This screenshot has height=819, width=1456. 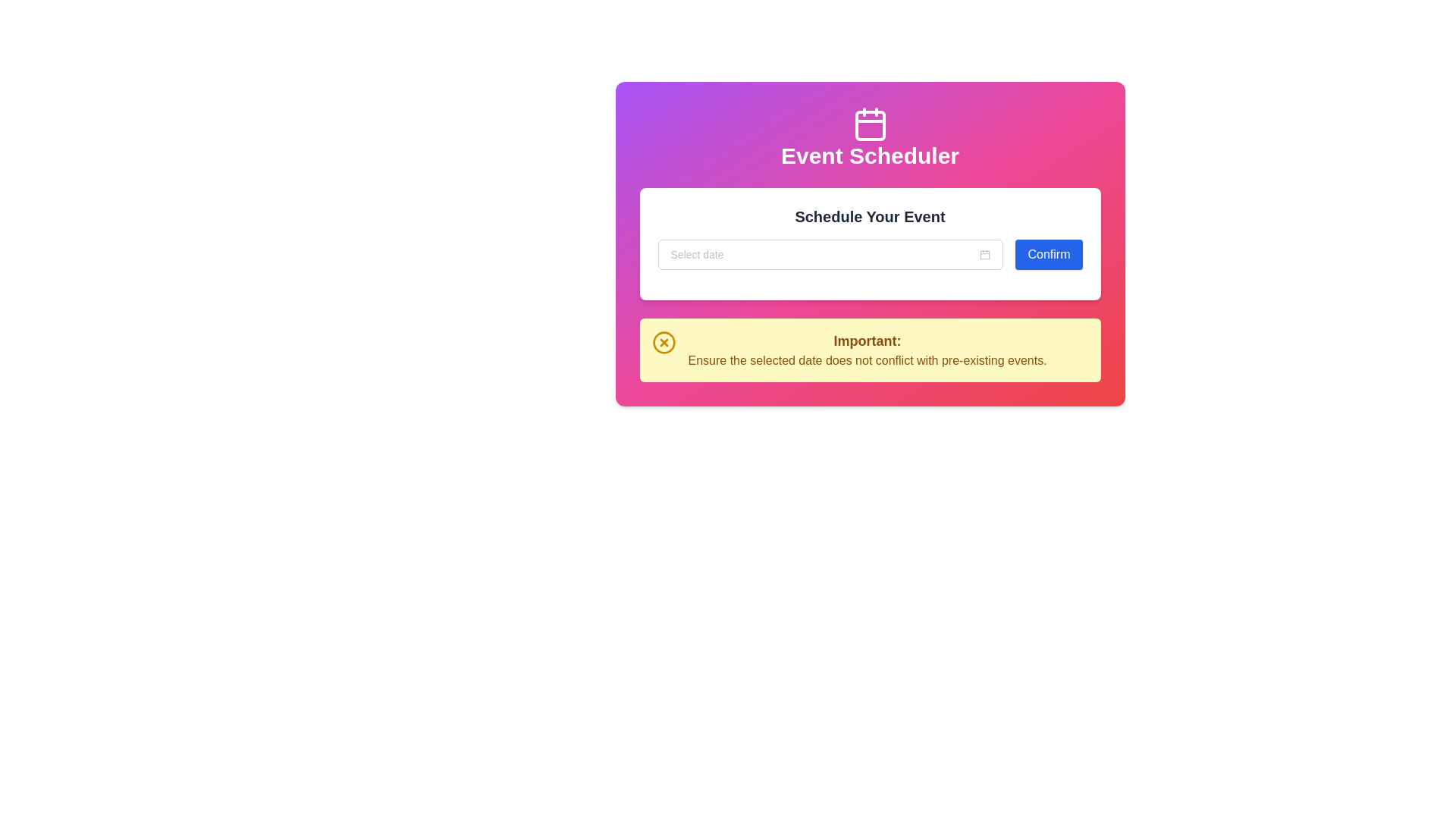 What do you see at coordinates (664, 342) in the screenshot?
I see `the notification icon located in the notification bar, positioned to the left of the text 'Important: Ensure the selected date does not conflict with pre-existing events.'` at bounding box center [664, 342].